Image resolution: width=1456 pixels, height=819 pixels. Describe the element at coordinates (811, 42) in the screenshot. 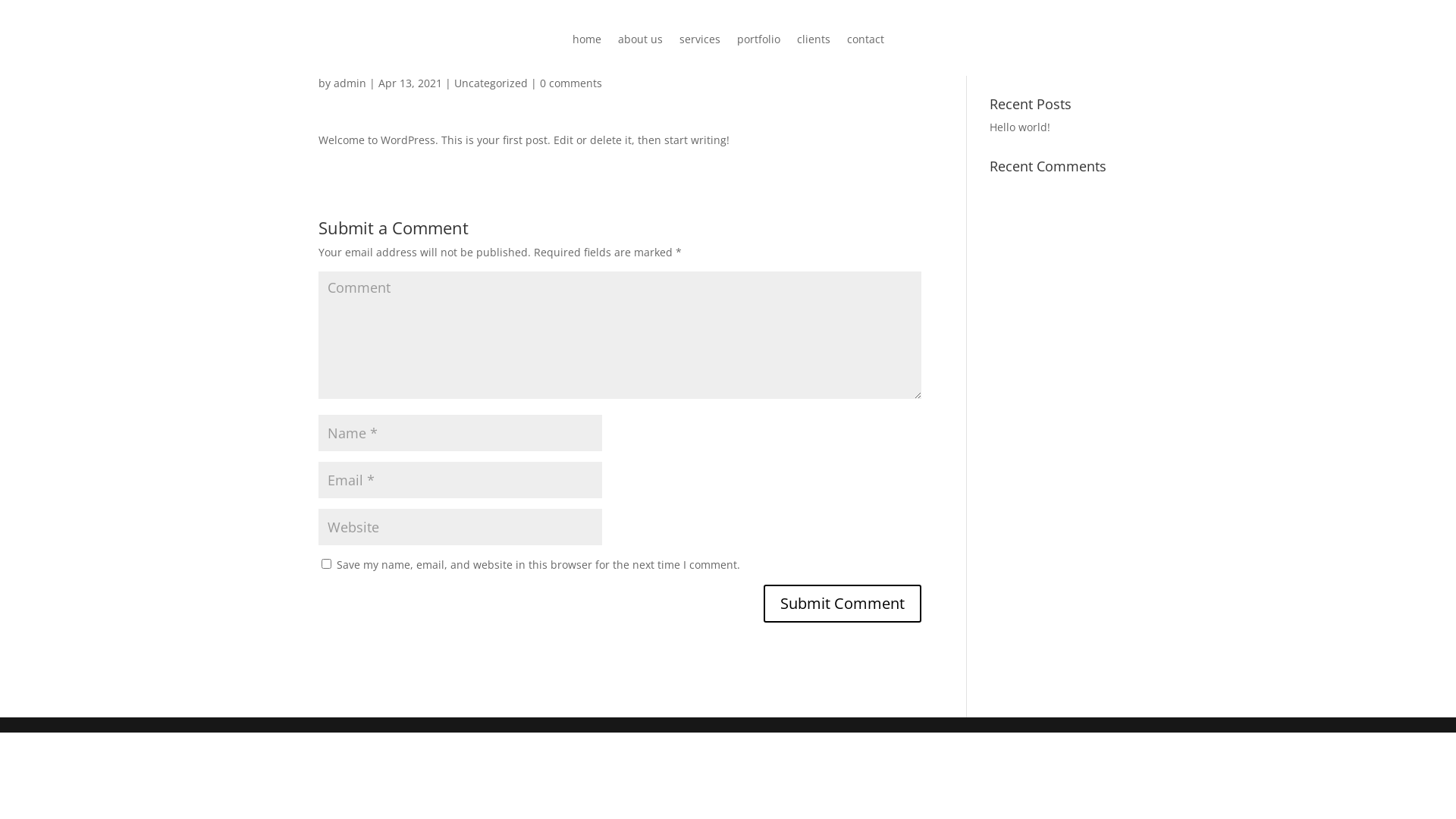

I see `'clients'` at that location.